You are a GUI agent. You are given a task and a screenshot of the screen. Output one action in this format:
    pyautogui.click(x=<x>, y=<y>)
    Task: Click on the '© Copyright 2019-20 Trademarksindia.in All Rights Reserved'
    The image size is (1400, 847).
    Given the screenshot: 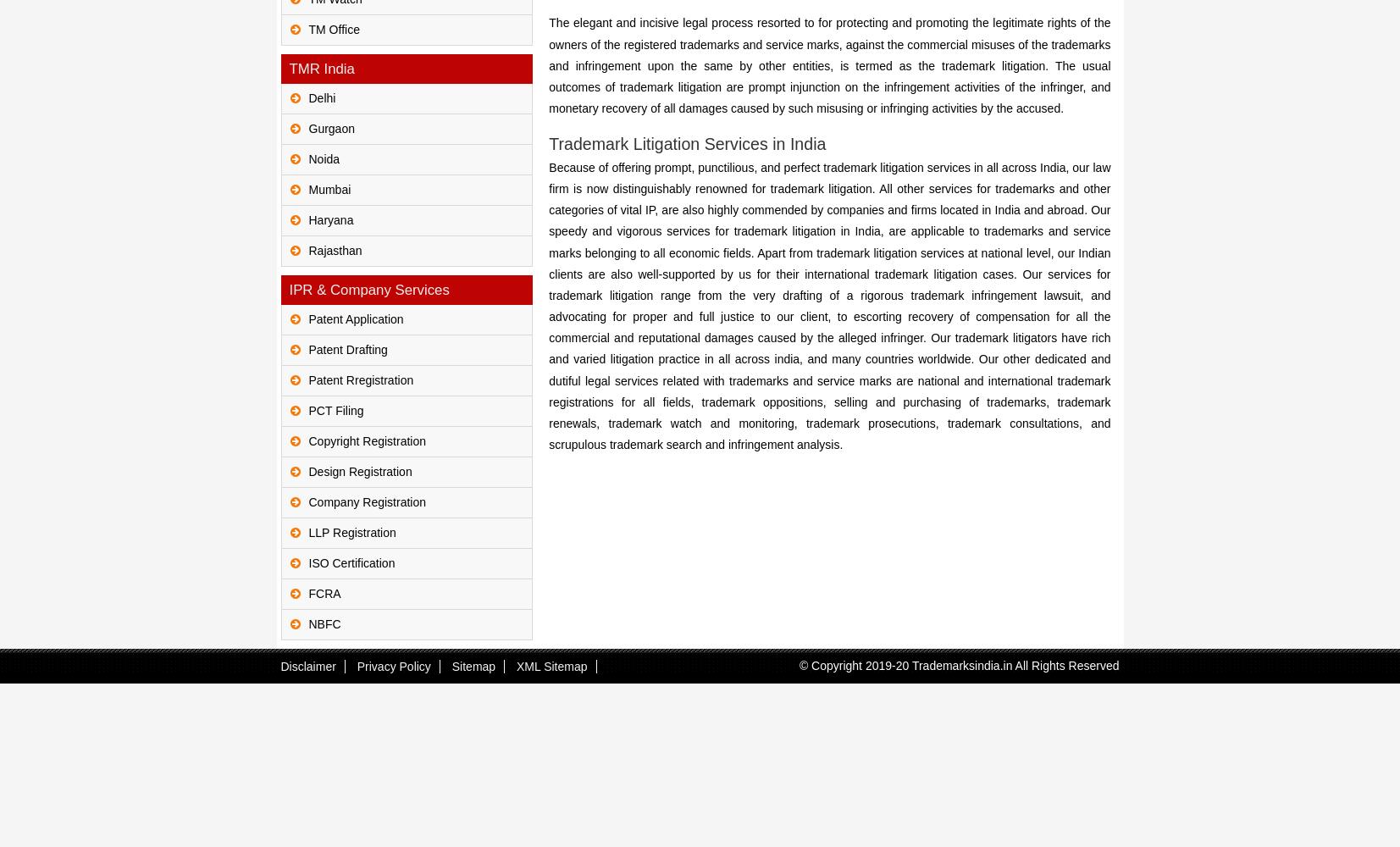 What is the action you would take?
    pyautogui.click(x=958, y=666)
    